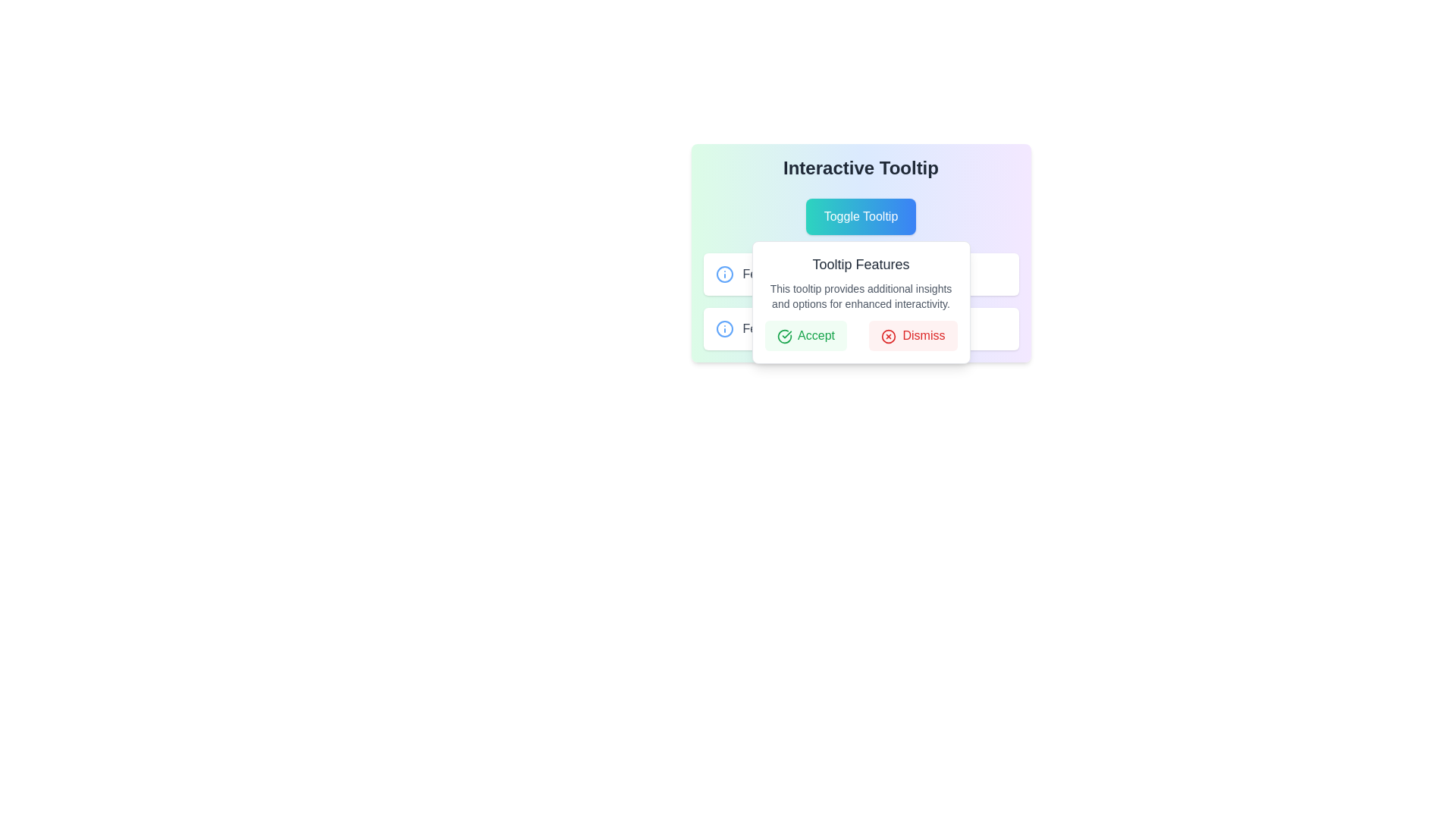 The width and height of the screenshot is (1456, 819). Describe the element at coordinates (861, 216) in the screenshot. I see `the 'Toggle Tooltip' button, which is a rectangular button with a teal to blue gradient, white centered text, rounded corners, and shadow effects, located below 'Interactive Tooltip'` at that location.